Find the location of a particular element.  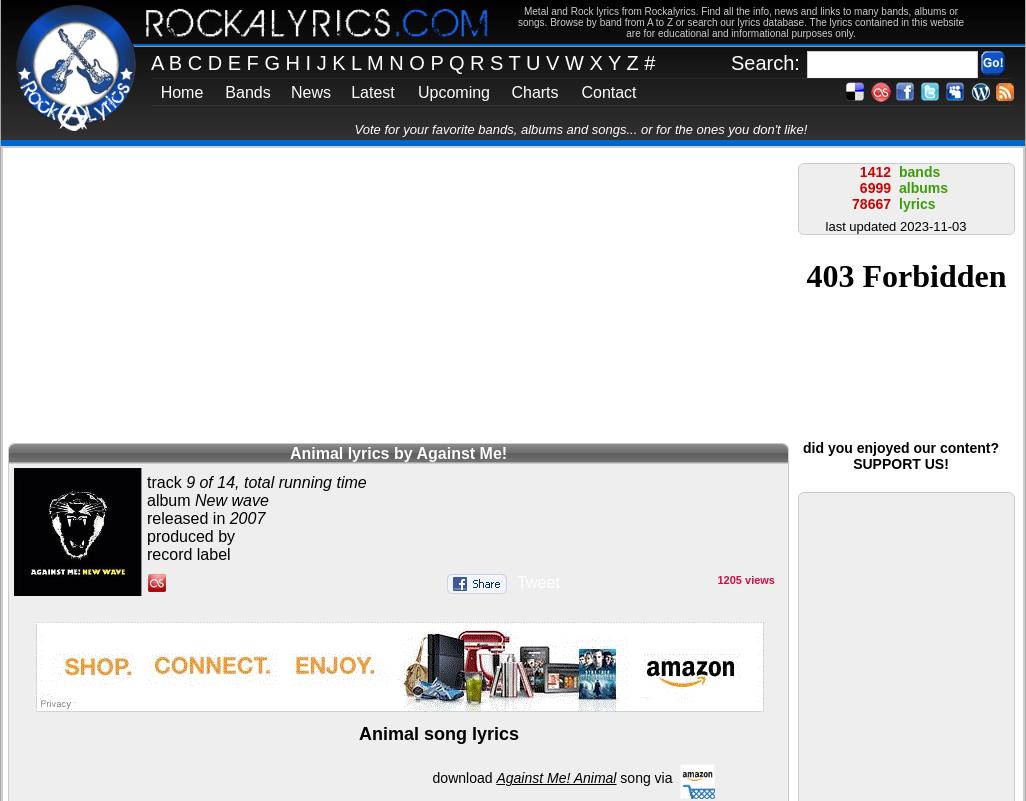

'N' is located at coordinates (398, 62).